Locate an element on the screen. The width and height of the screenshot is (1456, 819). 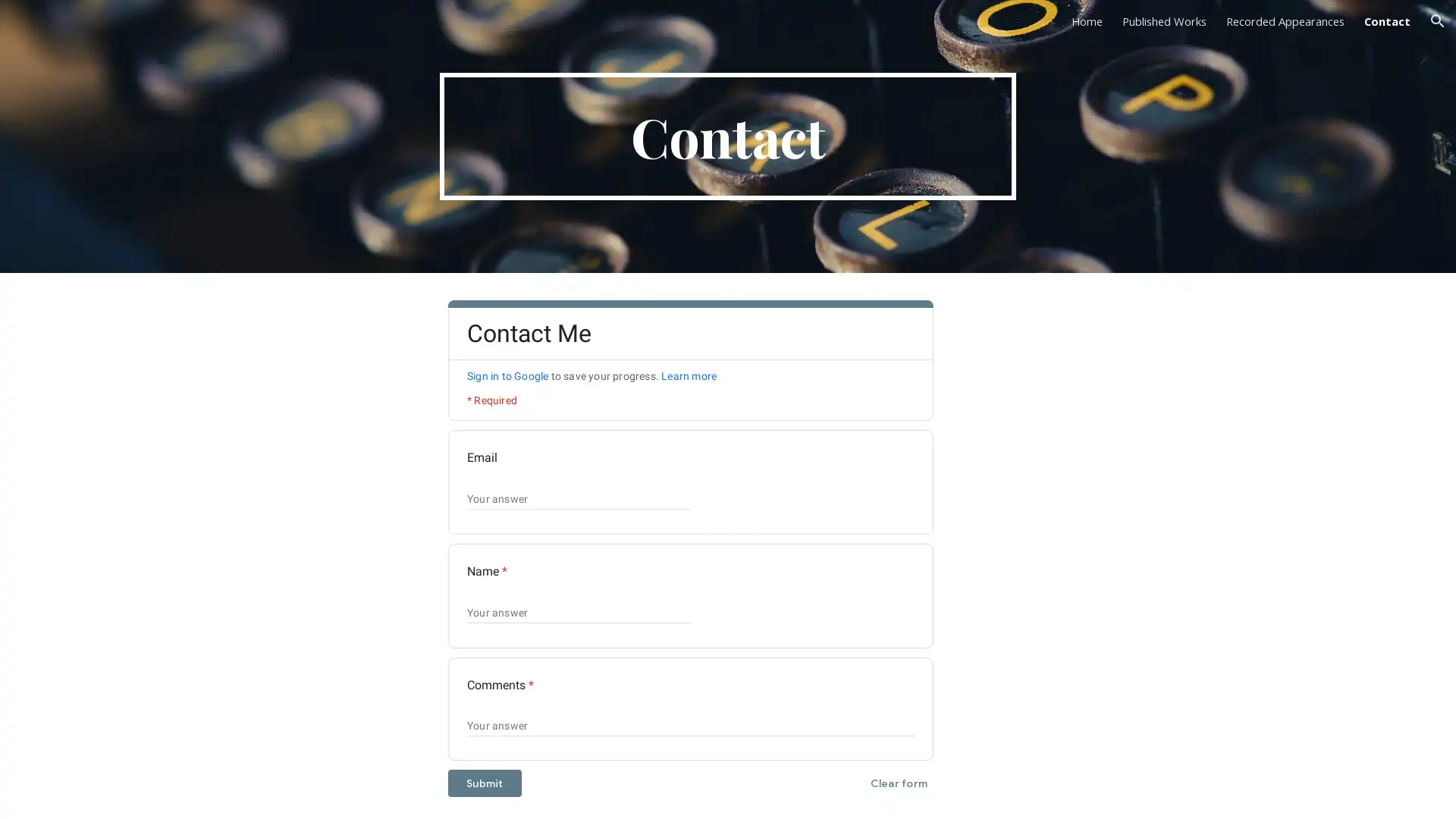
Skip to main content is located at coordinates (597, 28).